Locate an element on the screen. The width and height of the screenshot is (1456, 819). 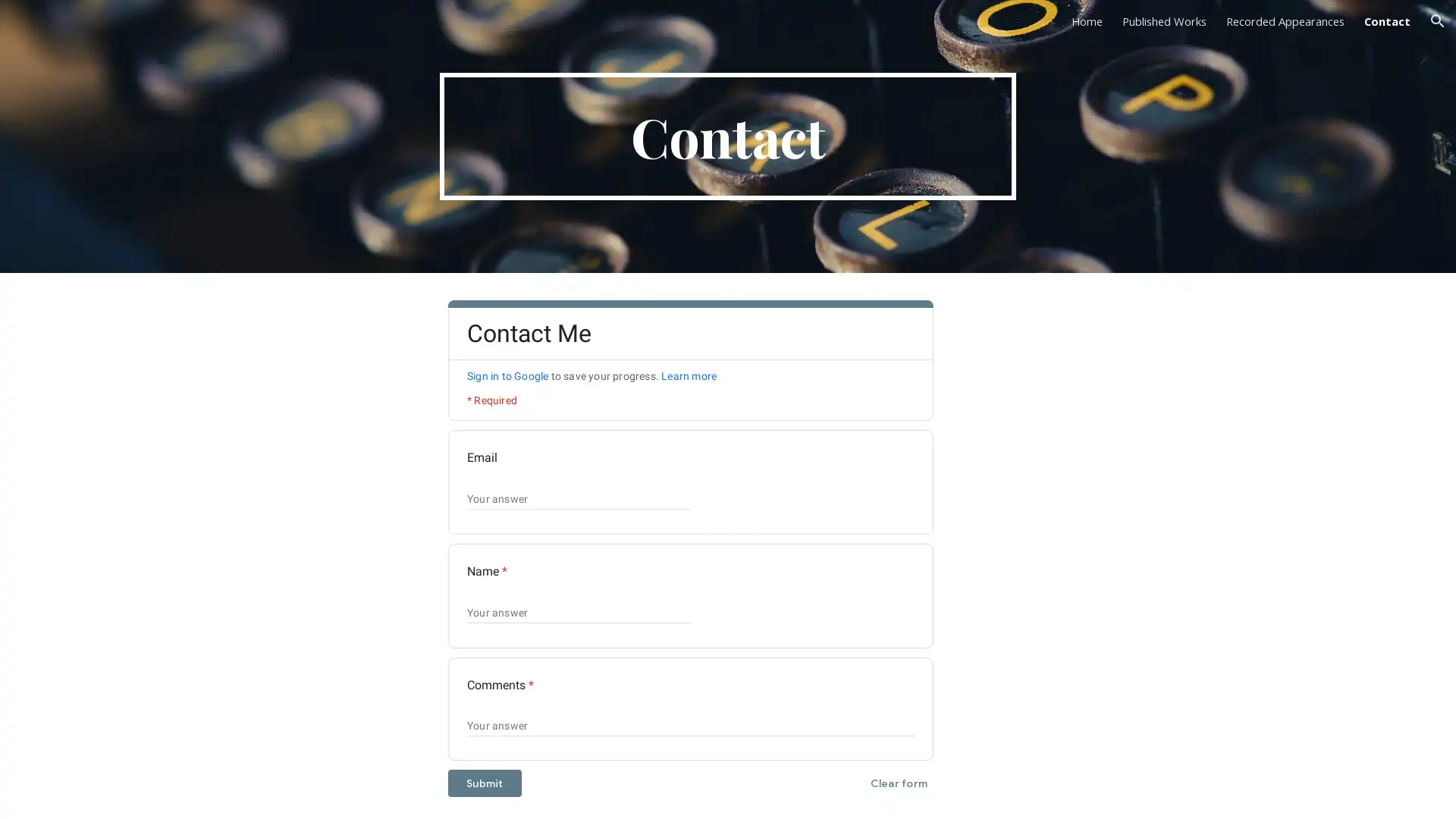
Skip to main content is located at coordinates (597, 28).